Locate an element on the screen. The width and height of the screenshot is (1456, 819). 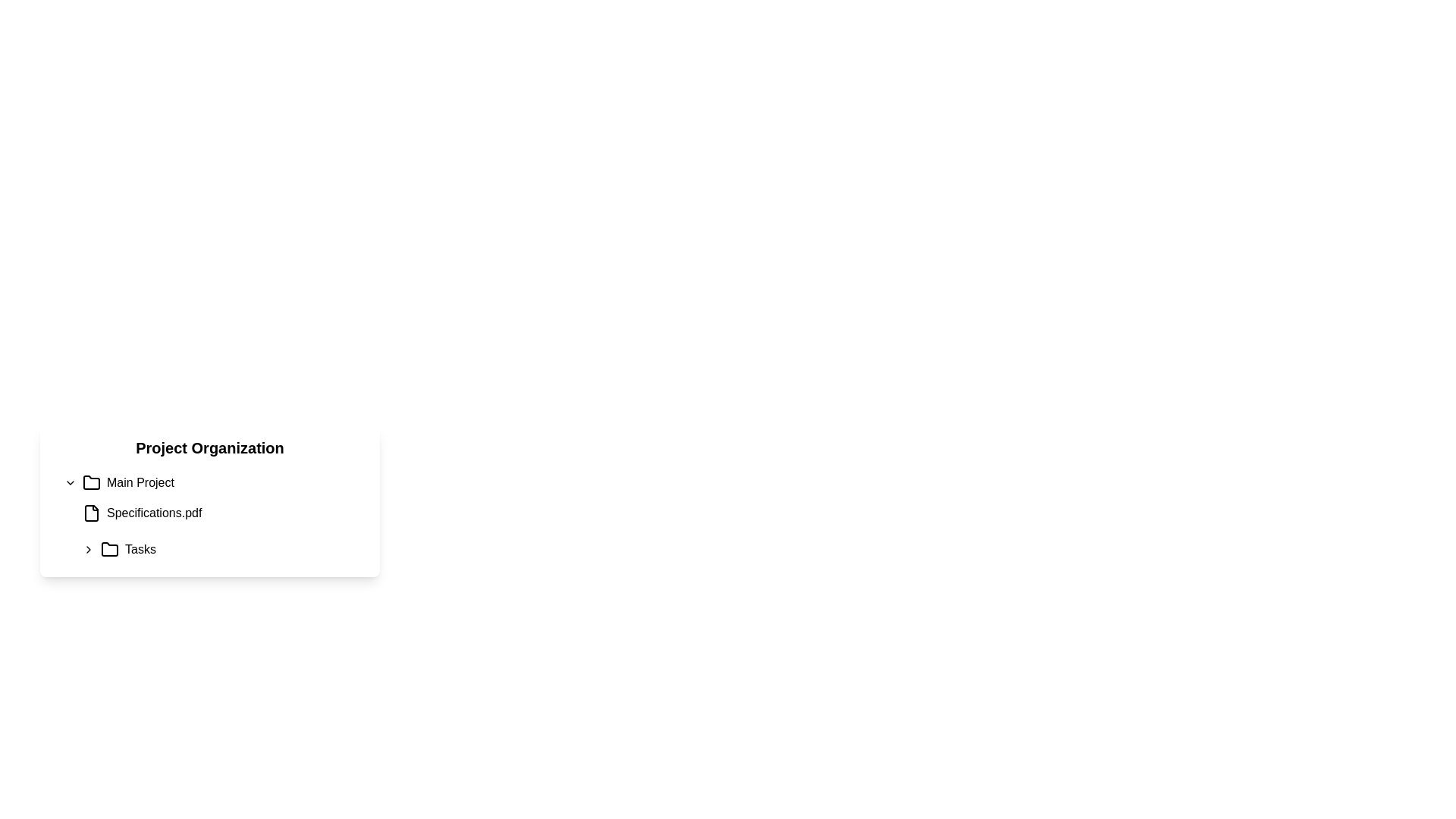
the Text label (header) at the top of the white, rounded rectangular card that organizes the content below it is located at coordinates (209, 447).